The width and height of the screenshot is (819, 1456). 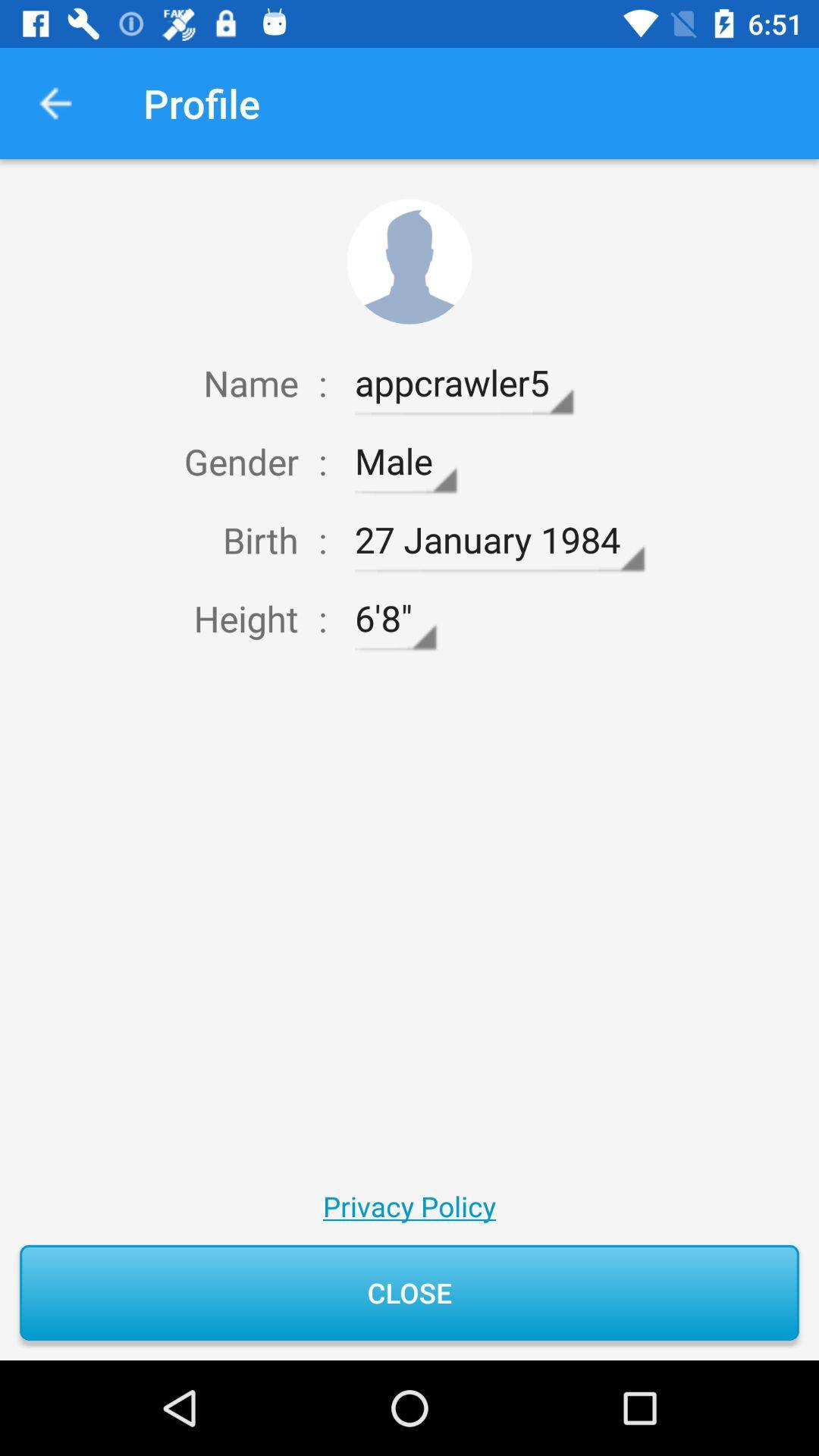 What do you see at coordinates (55, 102) in the screenshot?
I see `the item above name icon` at bounding box center [55, 102].